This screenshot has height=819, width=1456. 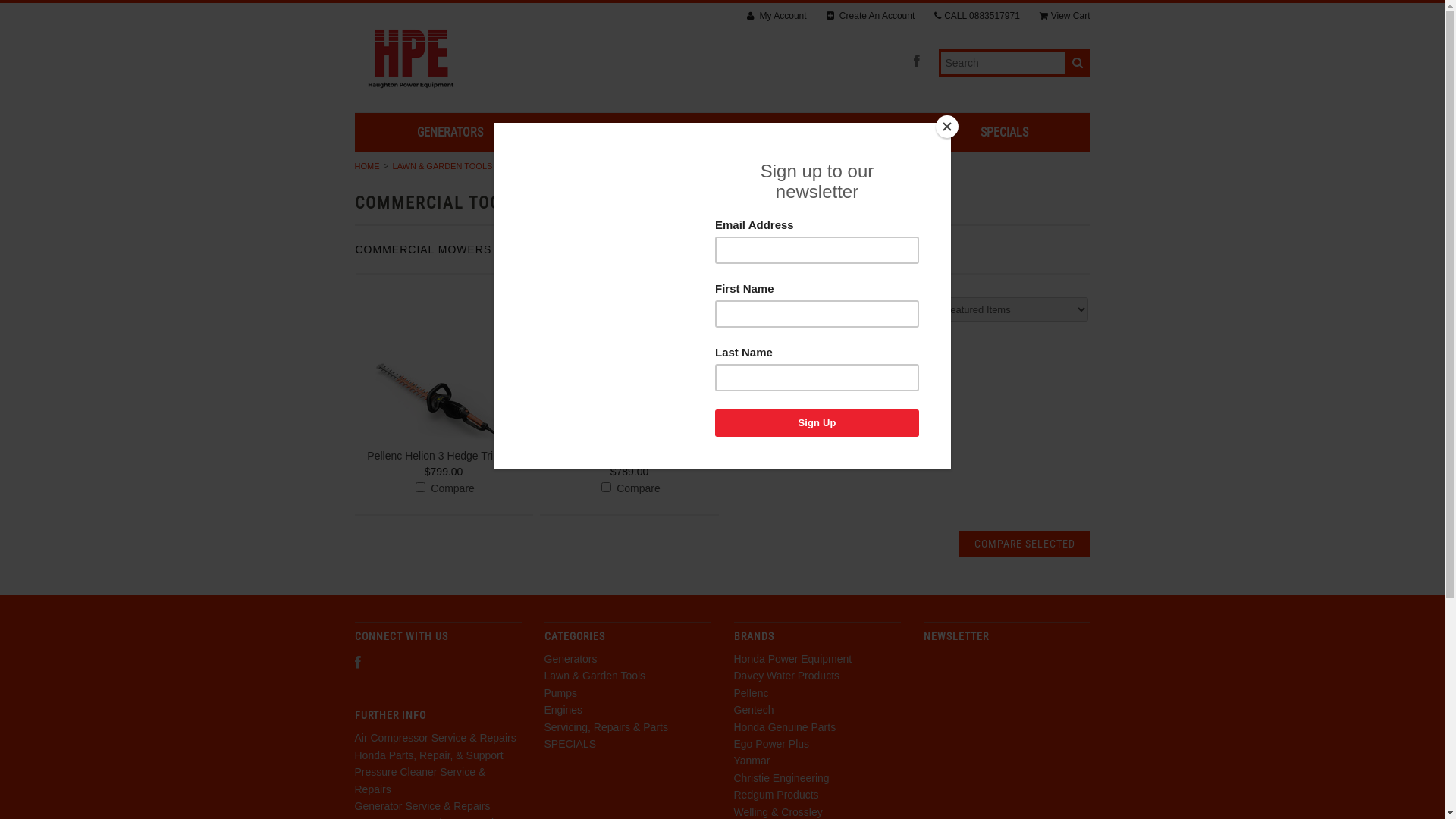 What do you see at coordinates (570, 657) in the screenshot?
I see `'Generators'` at bounding box center [570, 657].